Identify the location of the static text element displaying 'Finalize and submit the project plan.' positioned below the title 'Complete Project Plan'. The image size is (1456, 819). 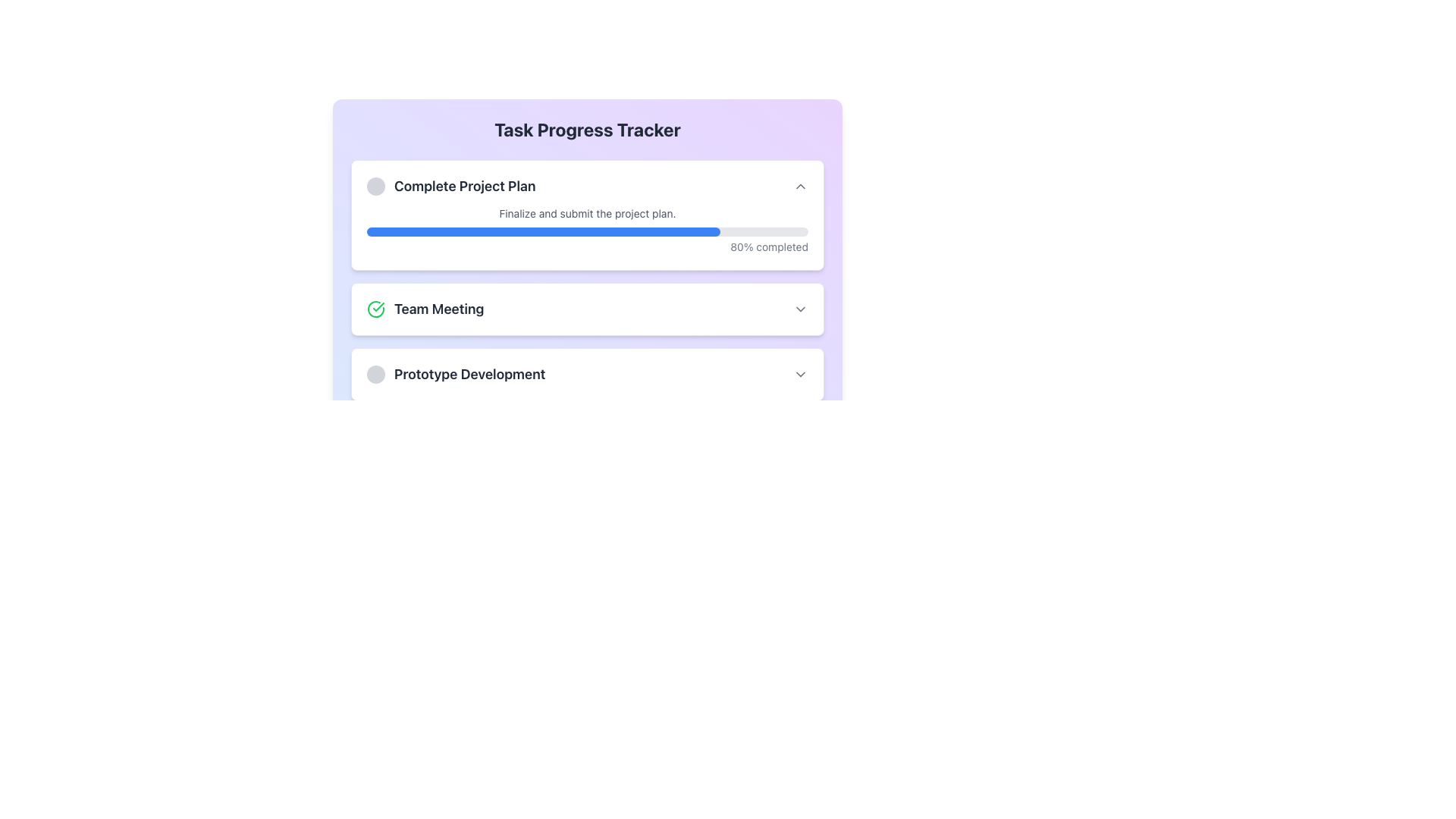
(586, 213).